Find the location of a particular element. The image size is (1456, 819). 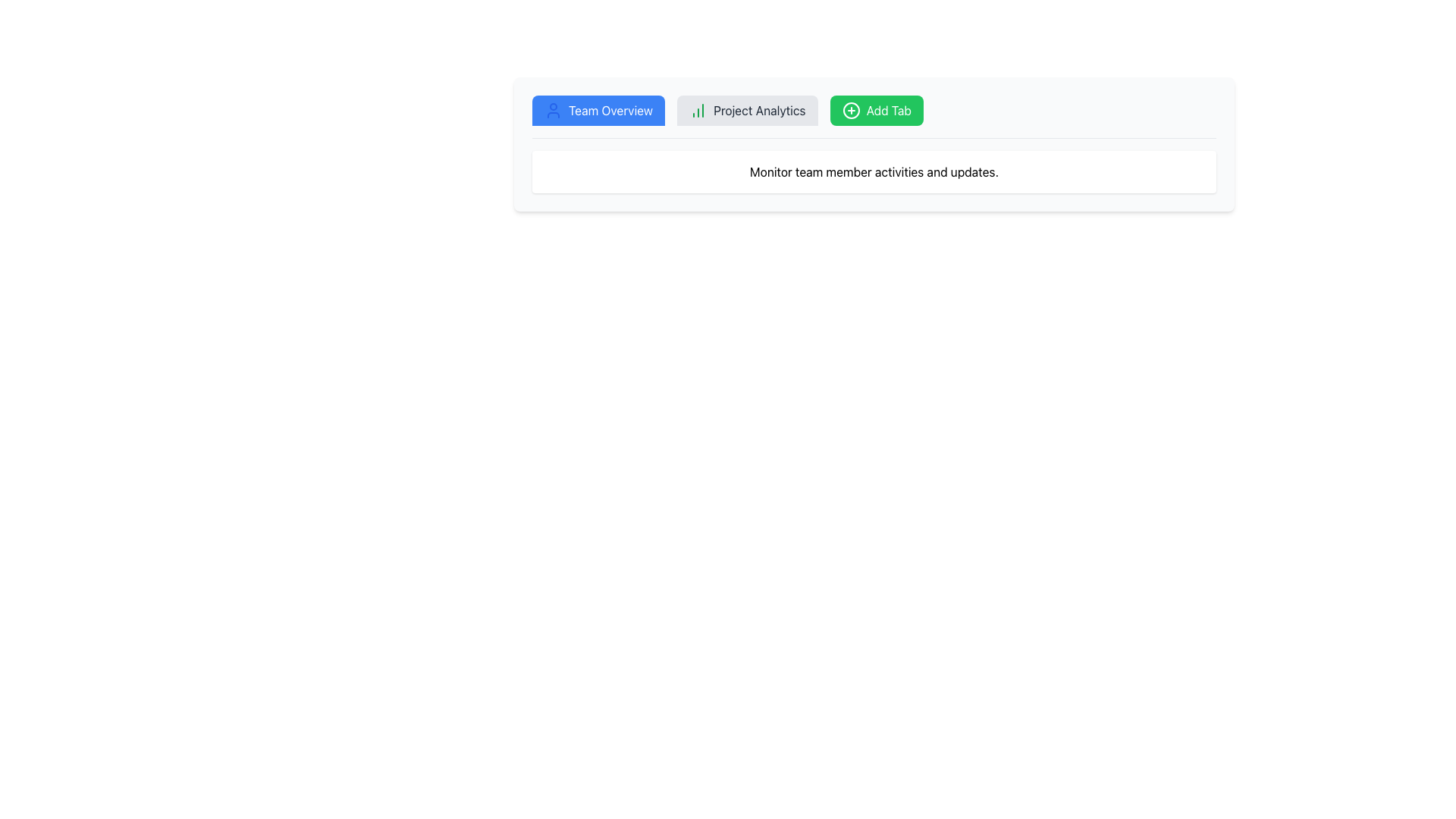

the 'Project Analytics' text label is located at coordinates (759, 110).